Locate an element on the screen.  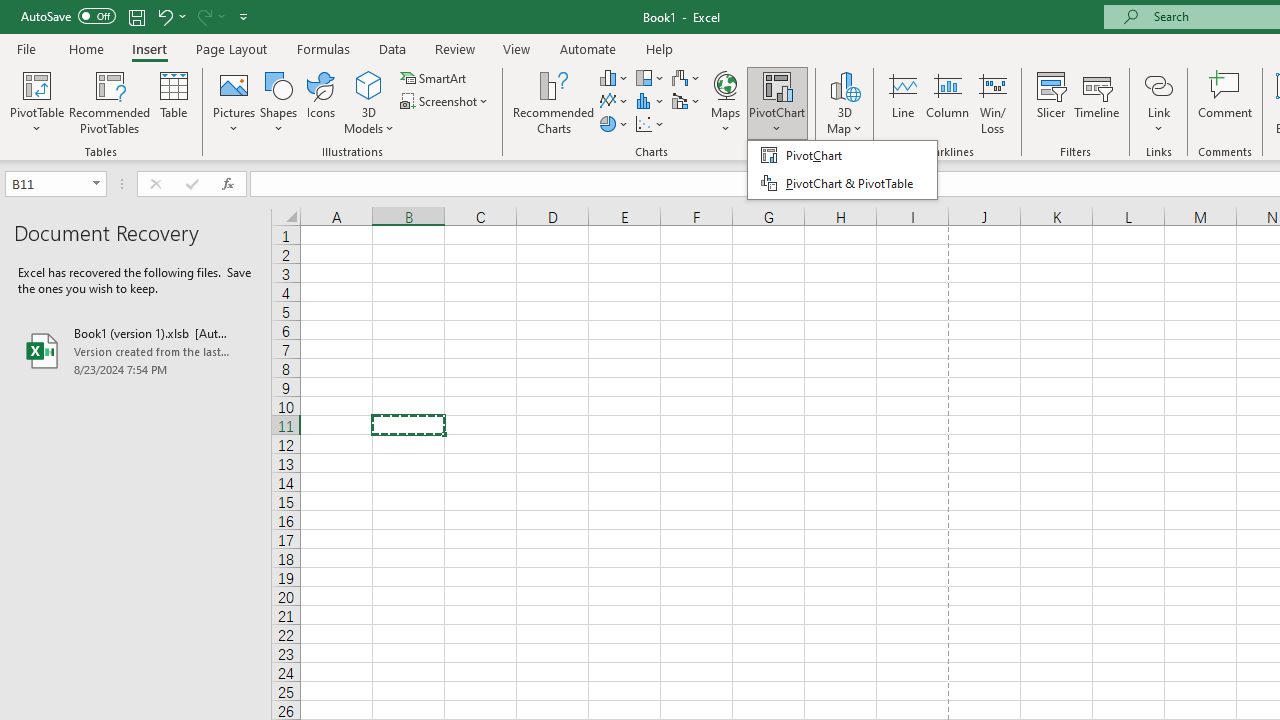
'Help' is located at coordinates (660, 48).